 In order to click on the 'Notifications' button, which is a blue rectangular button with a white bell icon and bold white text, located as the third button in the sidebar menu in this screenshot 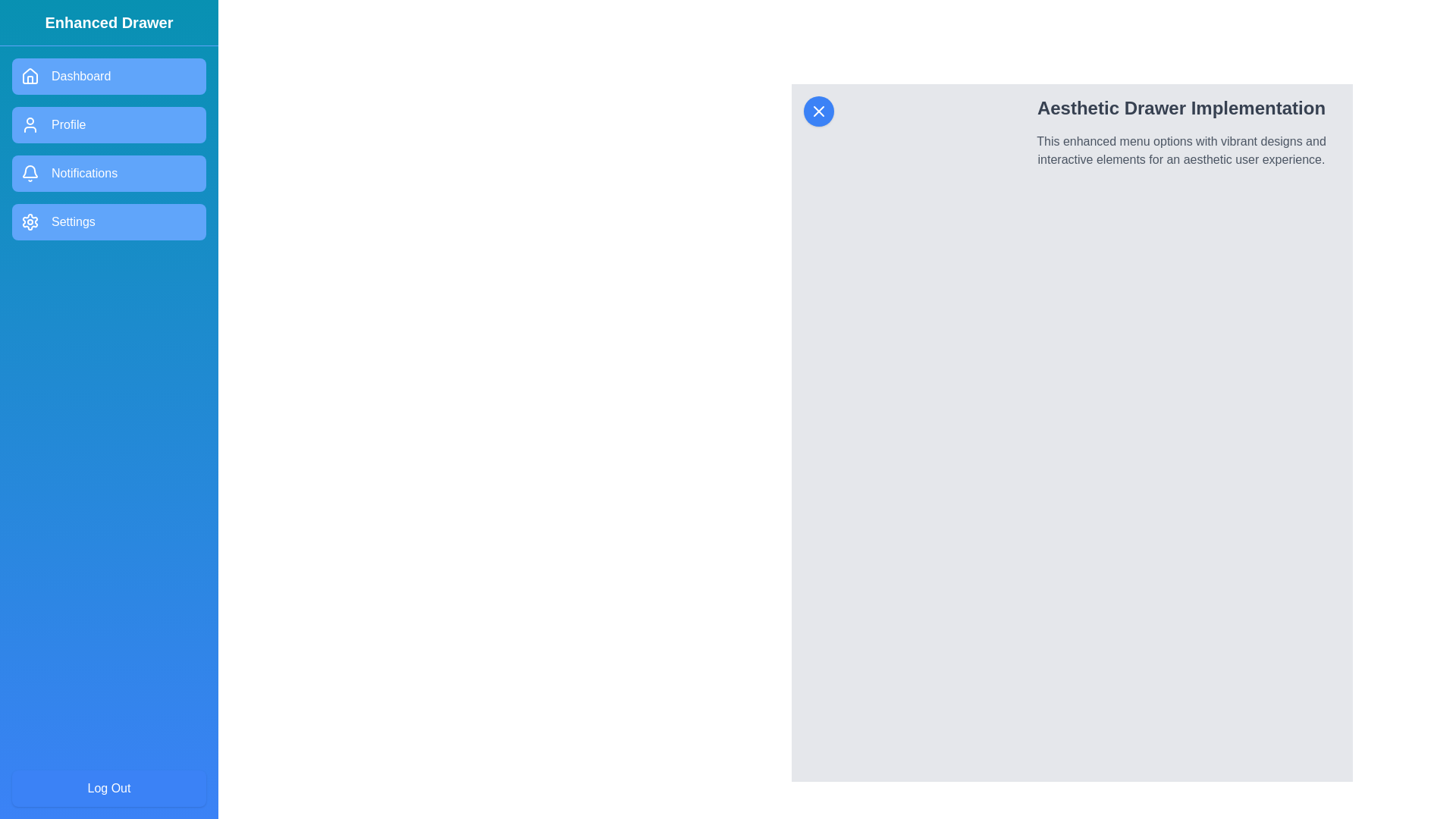, I will do `click(108, 172)`.